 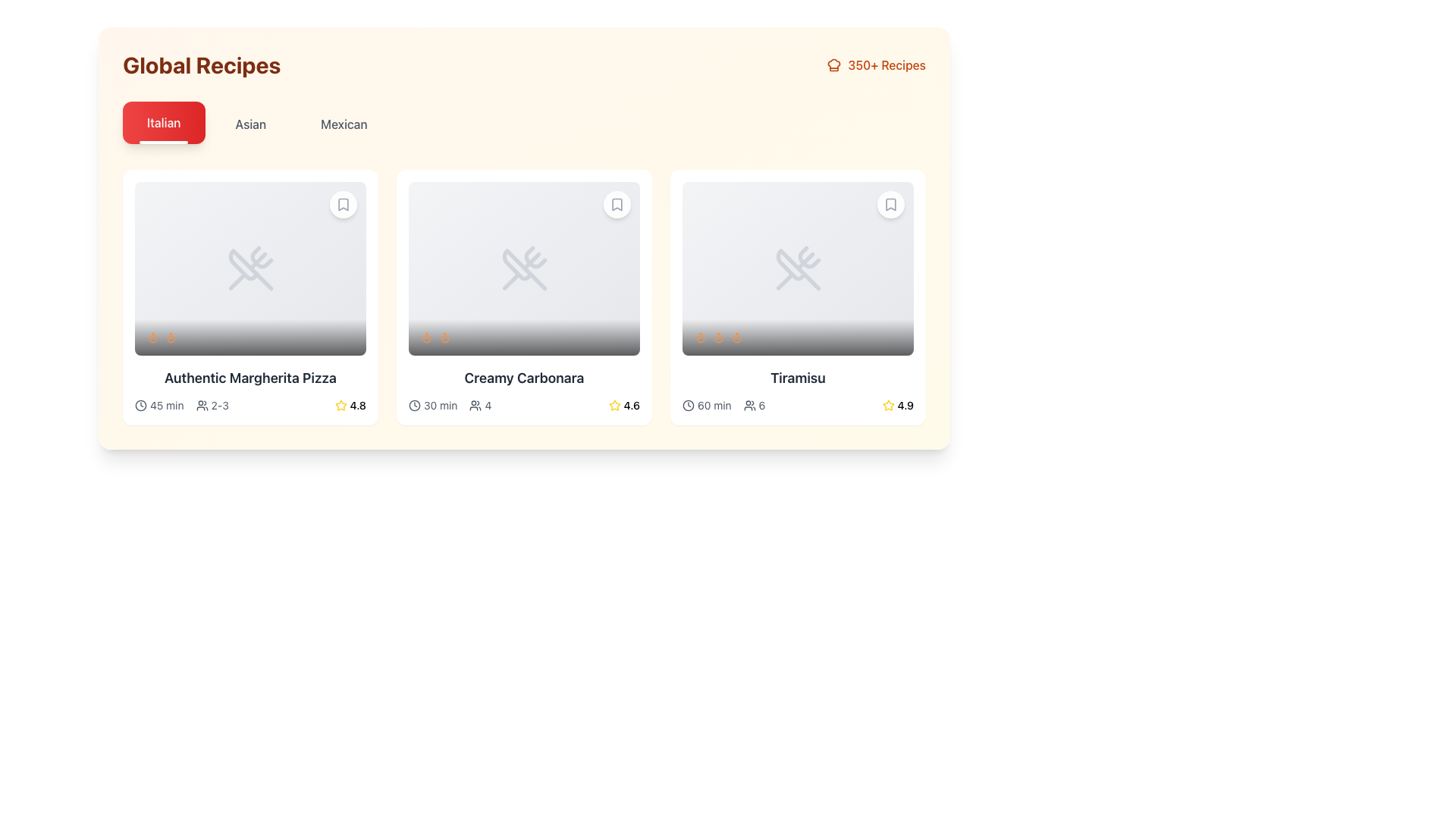 I want to click on the stylized chef's hat icon located in the top-right corner of the interface, which is part of a group of icons and closely aligned with related text, so click(x=833, y=64).